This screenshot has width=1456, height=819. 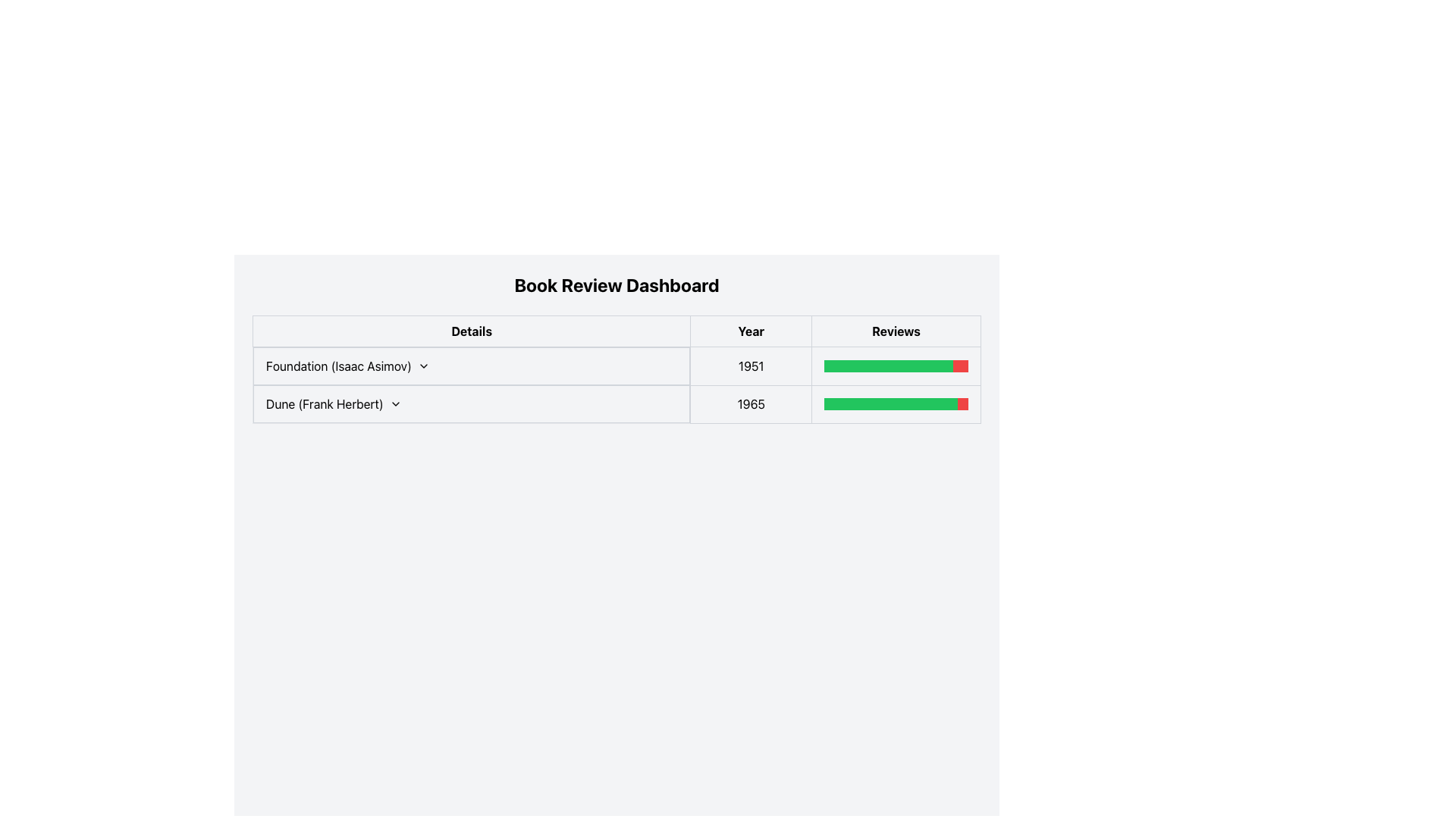 What do you see at coordinates (896, 403) in the screenshot?
I see `the progress bar in the 'Reviews' column of the second row representing the reviews for the book 'Dune' by Frank Herbert` at bounding box center [896, 403].